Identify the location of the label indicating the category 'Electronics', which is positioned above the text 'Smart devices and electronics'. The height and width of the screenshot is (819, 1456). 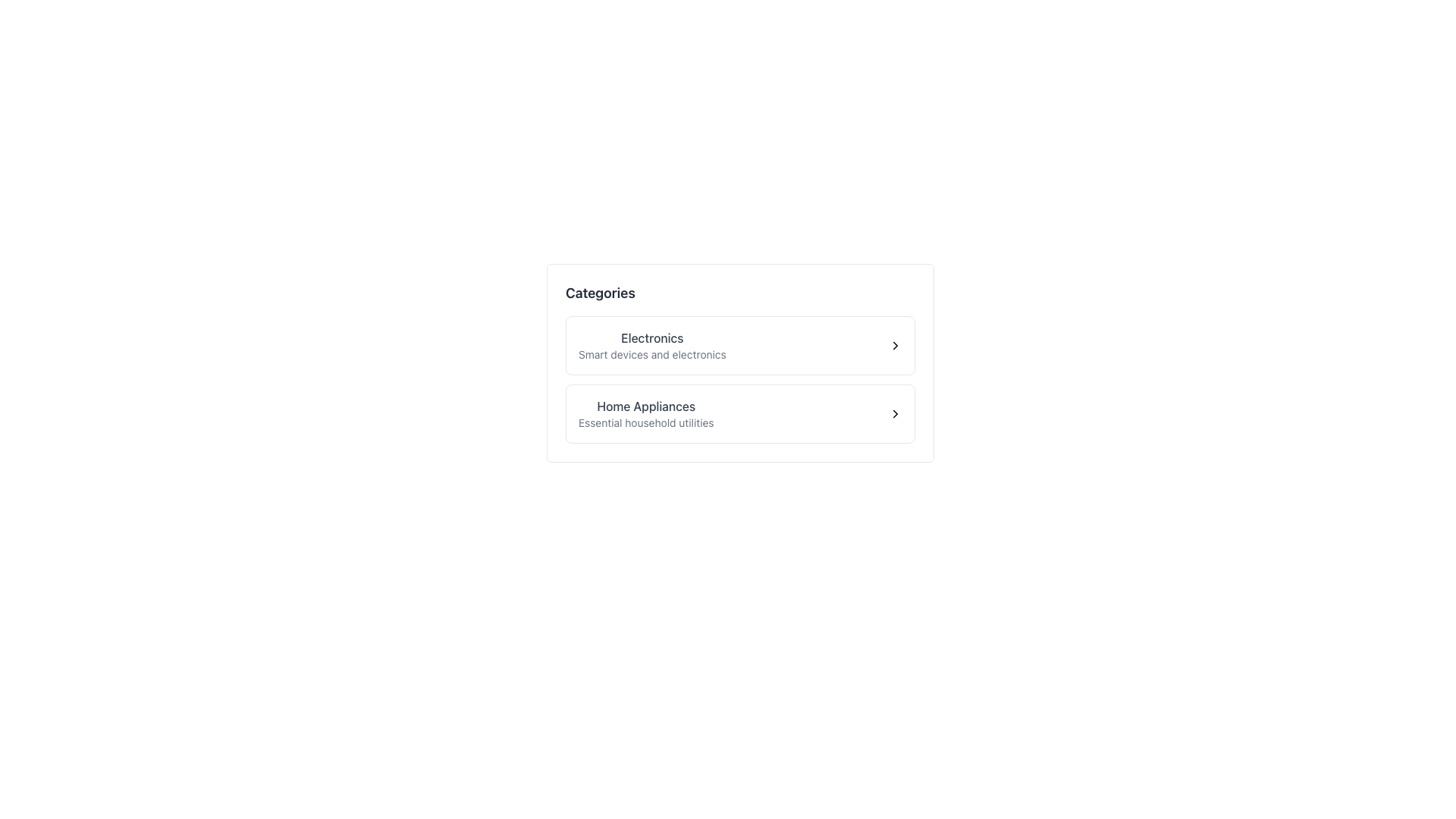
(652, 337).